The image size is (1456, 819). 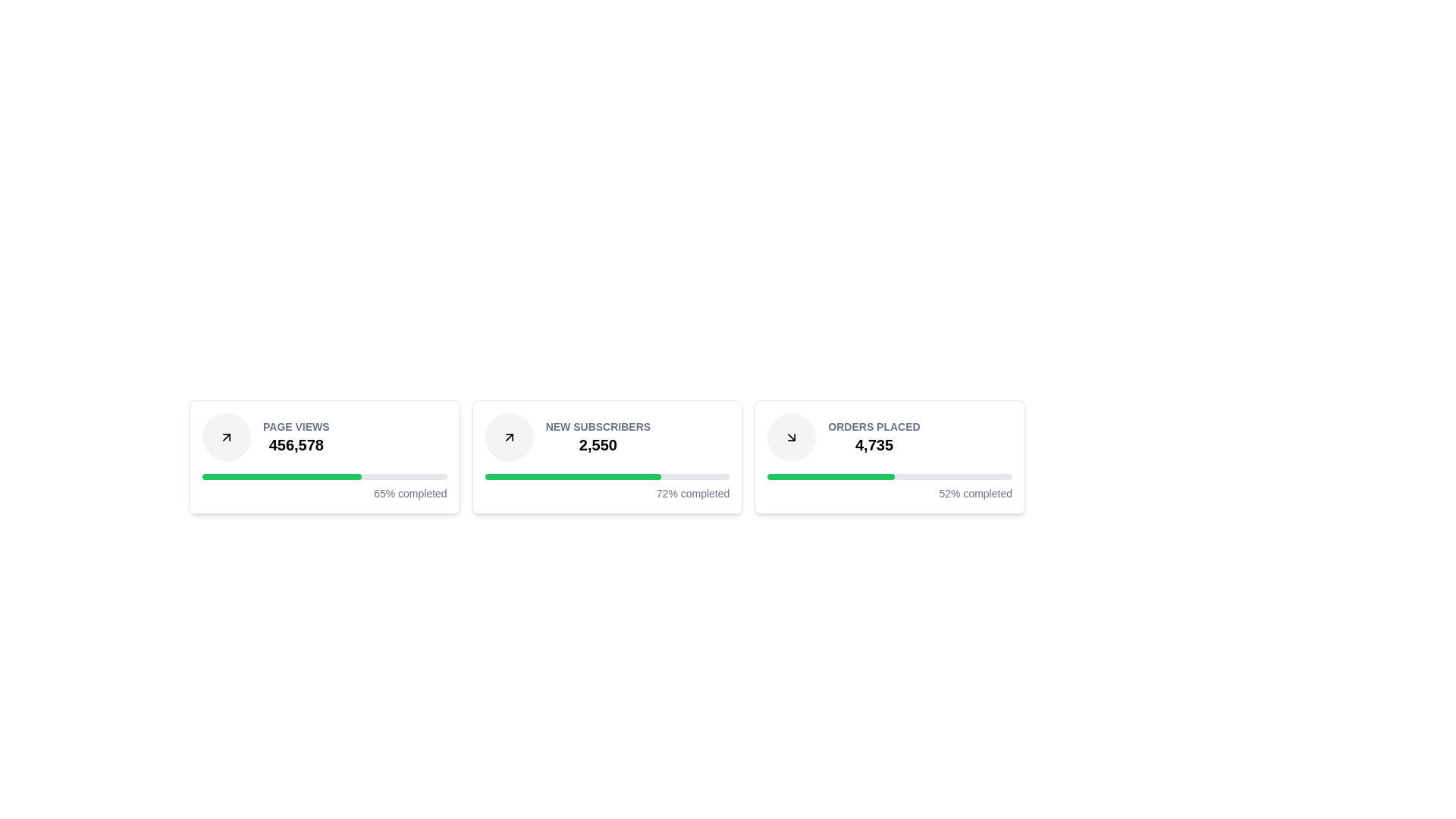 I want to click on the icon located to the left of the text 'Page Views 456,578' to interact with it, so click(x=225, y=438).